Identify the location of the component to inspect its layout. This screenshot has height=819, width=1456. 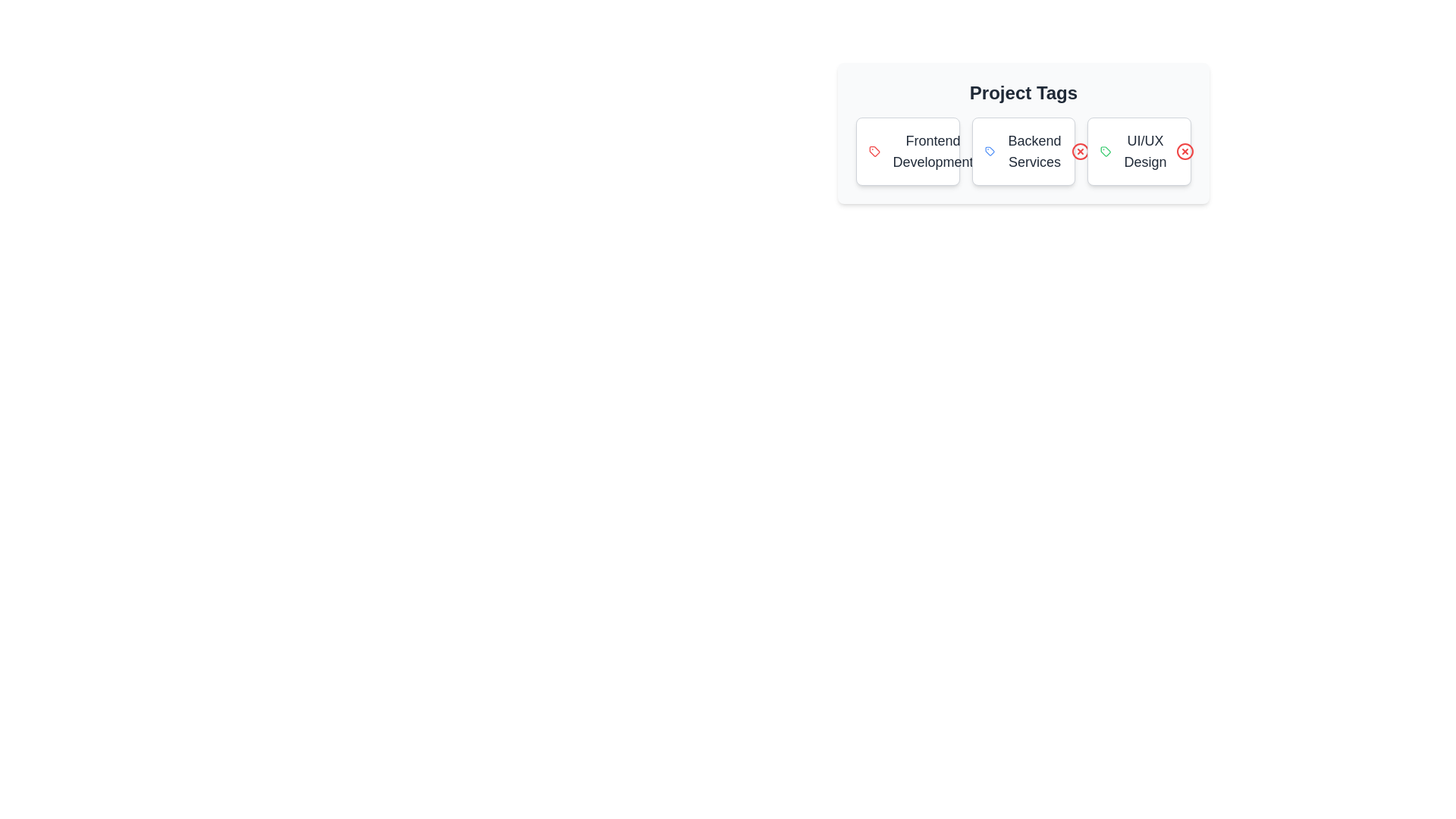
(1023, 188).